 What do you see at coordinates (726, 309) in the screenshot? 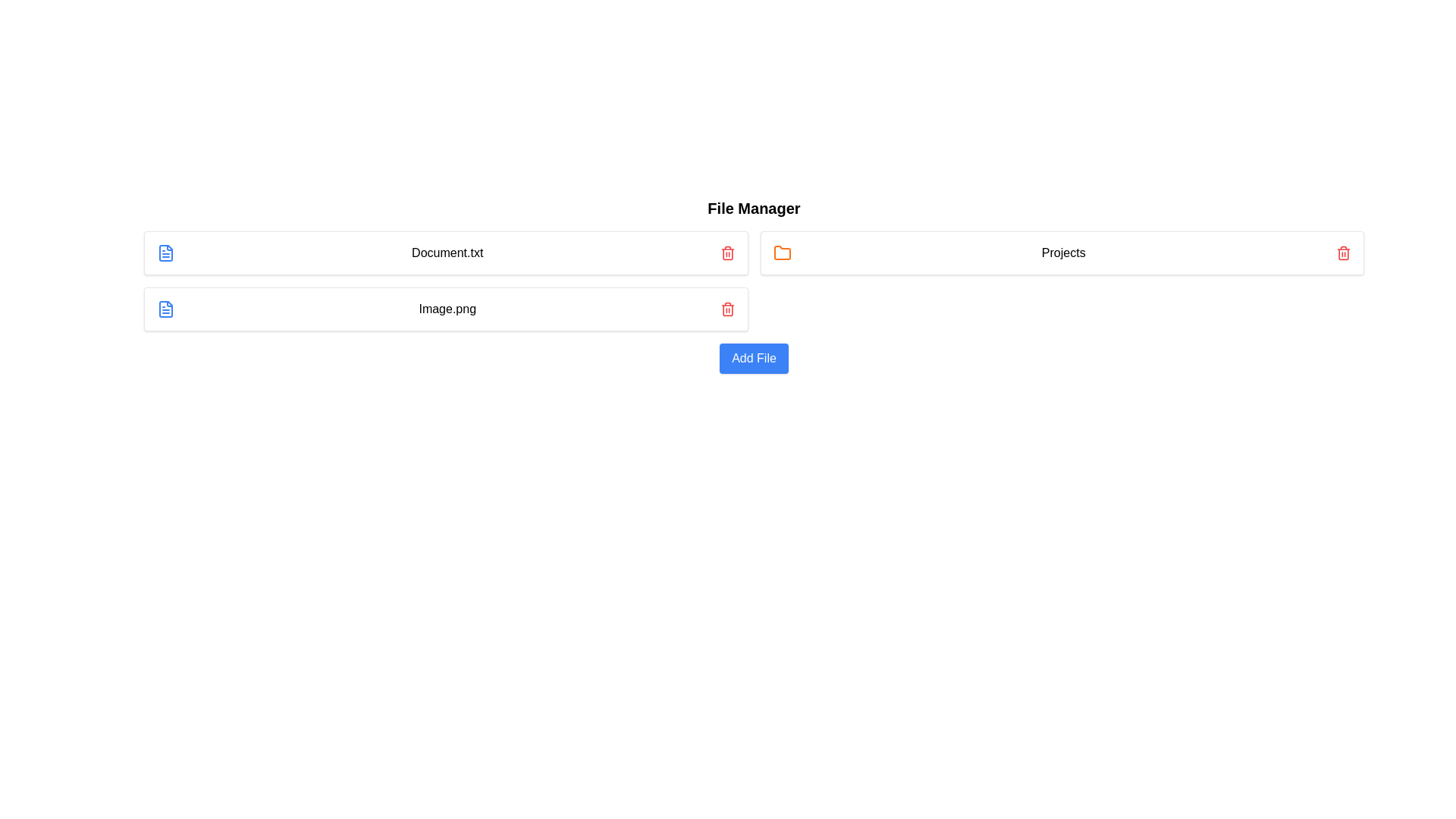
I see `the red trashcan icon button located at the far right end of the row containing the text 'Image.png'` at bounding box center [726, 309].